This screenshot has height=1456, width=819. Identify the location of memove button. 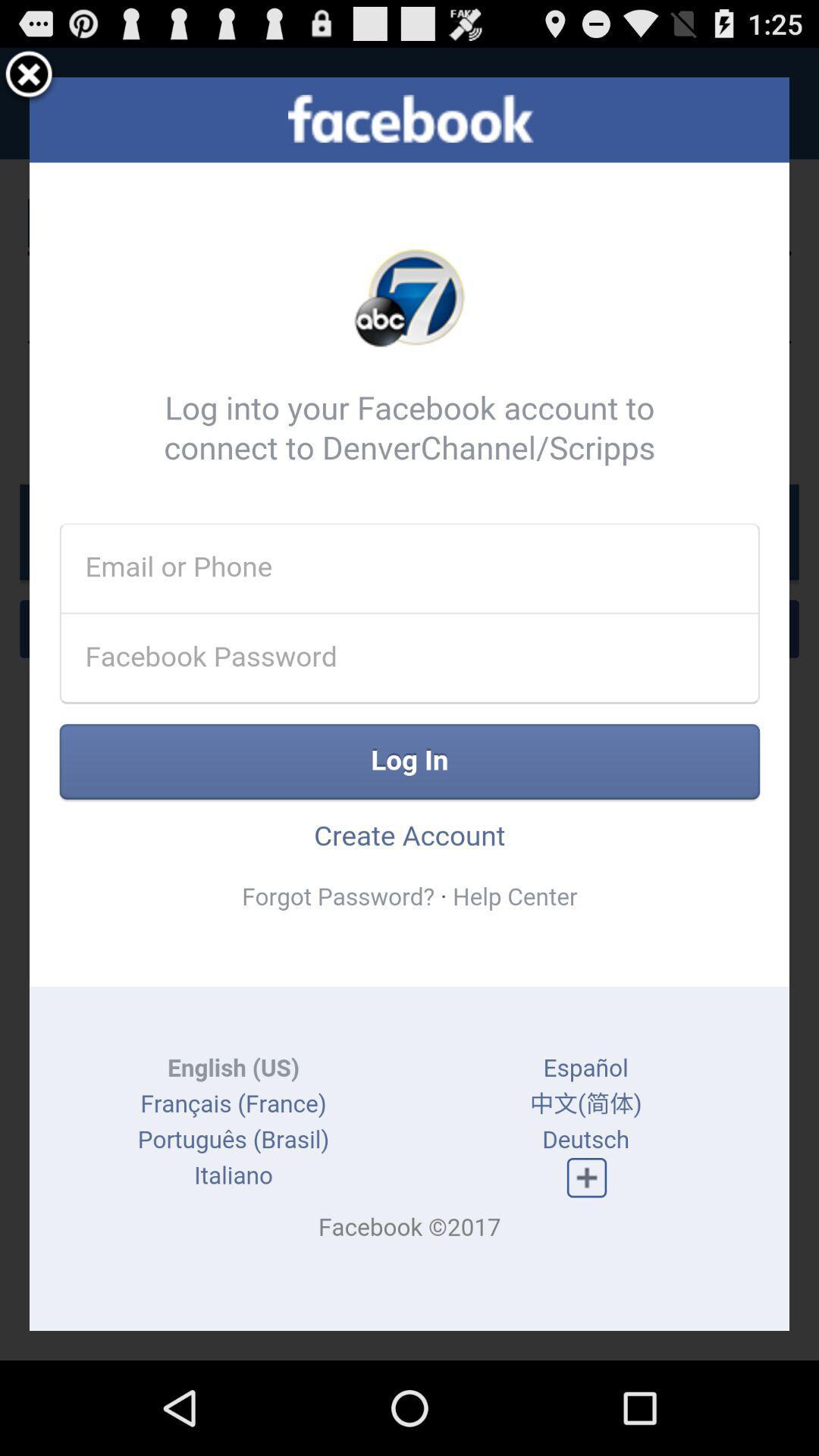
(29, 76).